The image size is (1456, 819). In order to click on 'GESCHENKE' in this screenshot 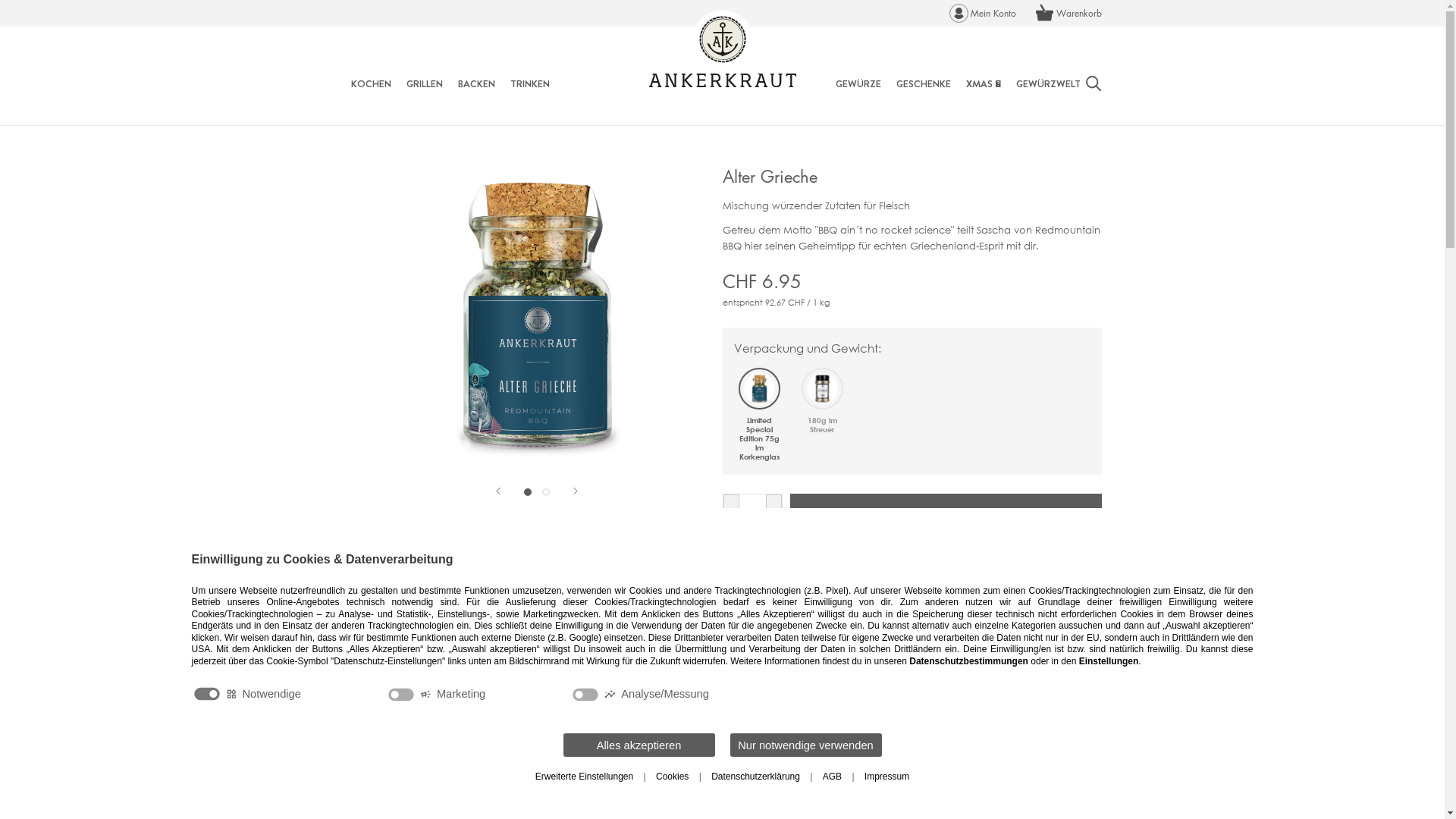, I will do `click(923, 83)`.